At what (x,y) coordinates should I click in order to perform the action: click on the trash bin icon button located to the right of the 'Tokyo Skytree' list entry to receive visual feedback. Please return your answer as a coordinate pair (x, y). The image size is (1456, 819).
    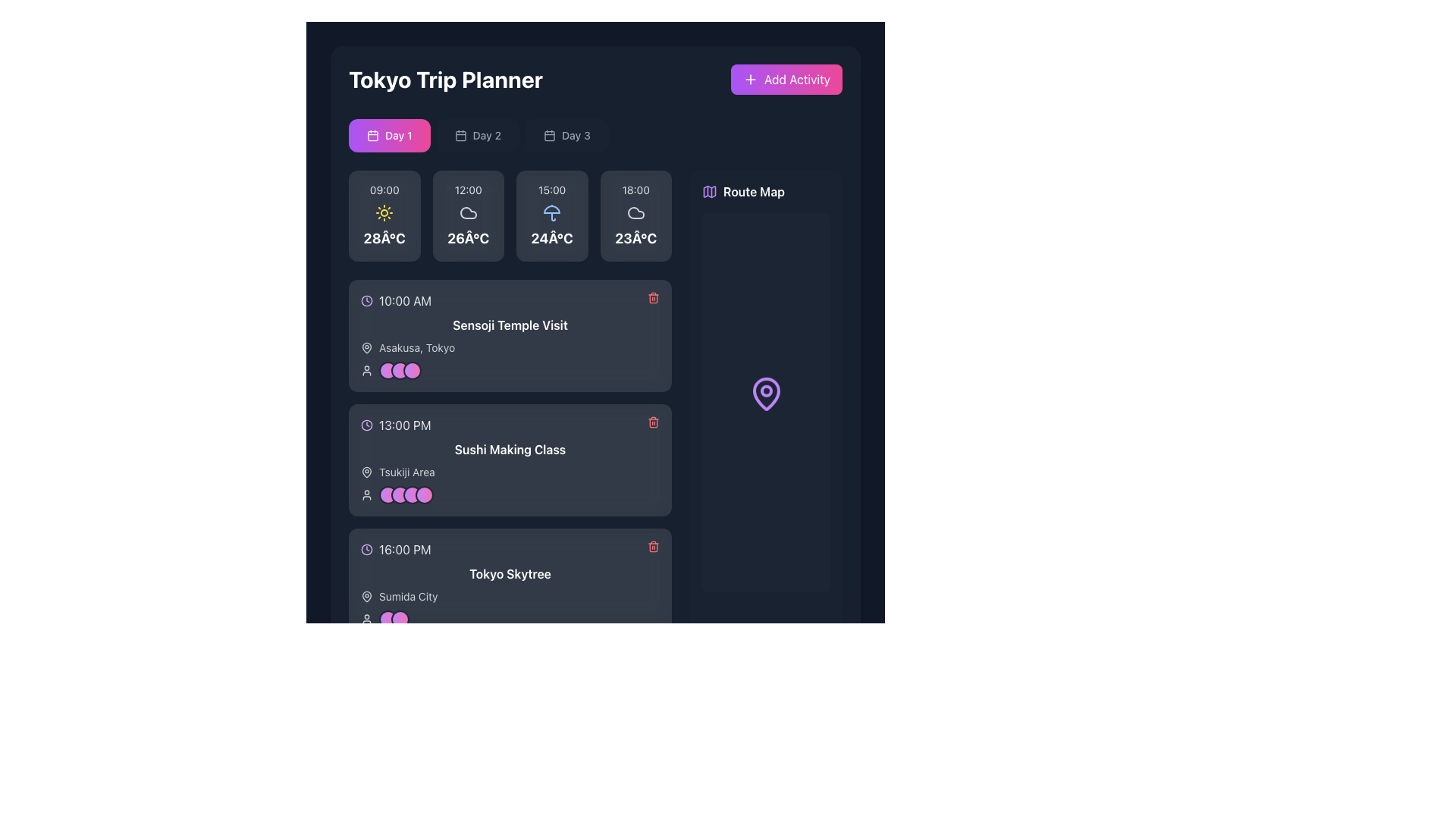
    Looking at the image, I should click on (654, 547).